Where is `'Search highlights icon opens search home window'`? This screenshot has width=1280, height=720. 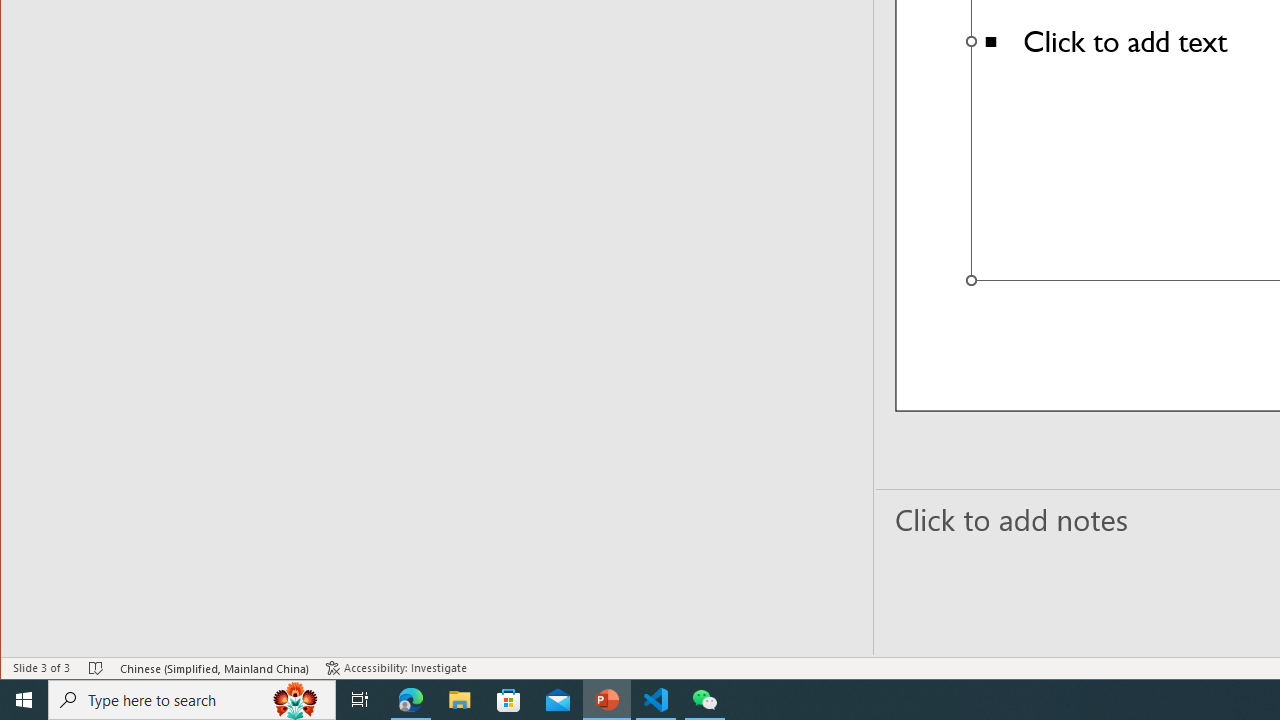 'Search highlights icon opens search home window' is located at coordinates (294, 698).